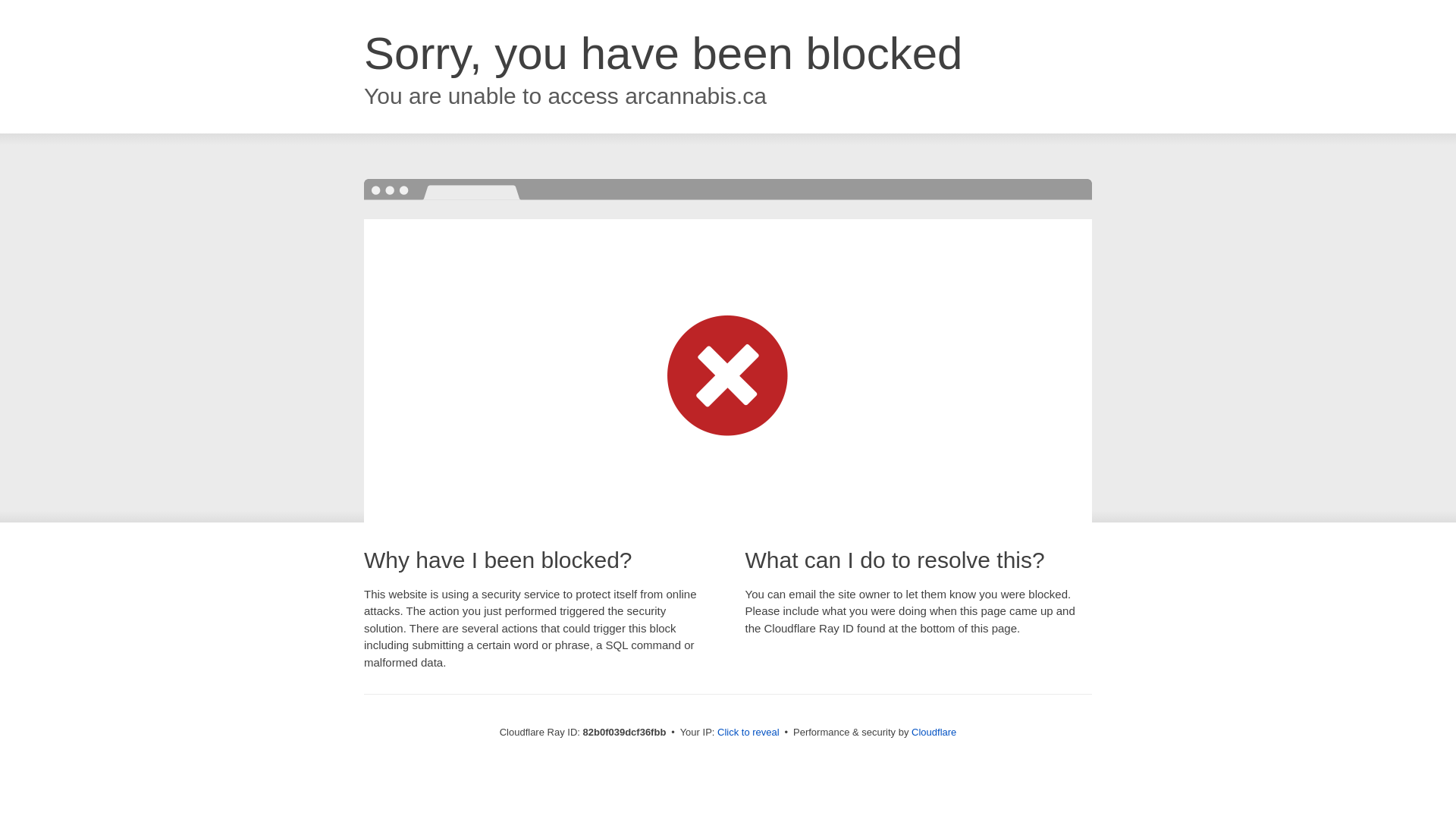  Describe the element at coordinates (716, 731) in the screenshot. I see `'Click to reveal'` at that location.